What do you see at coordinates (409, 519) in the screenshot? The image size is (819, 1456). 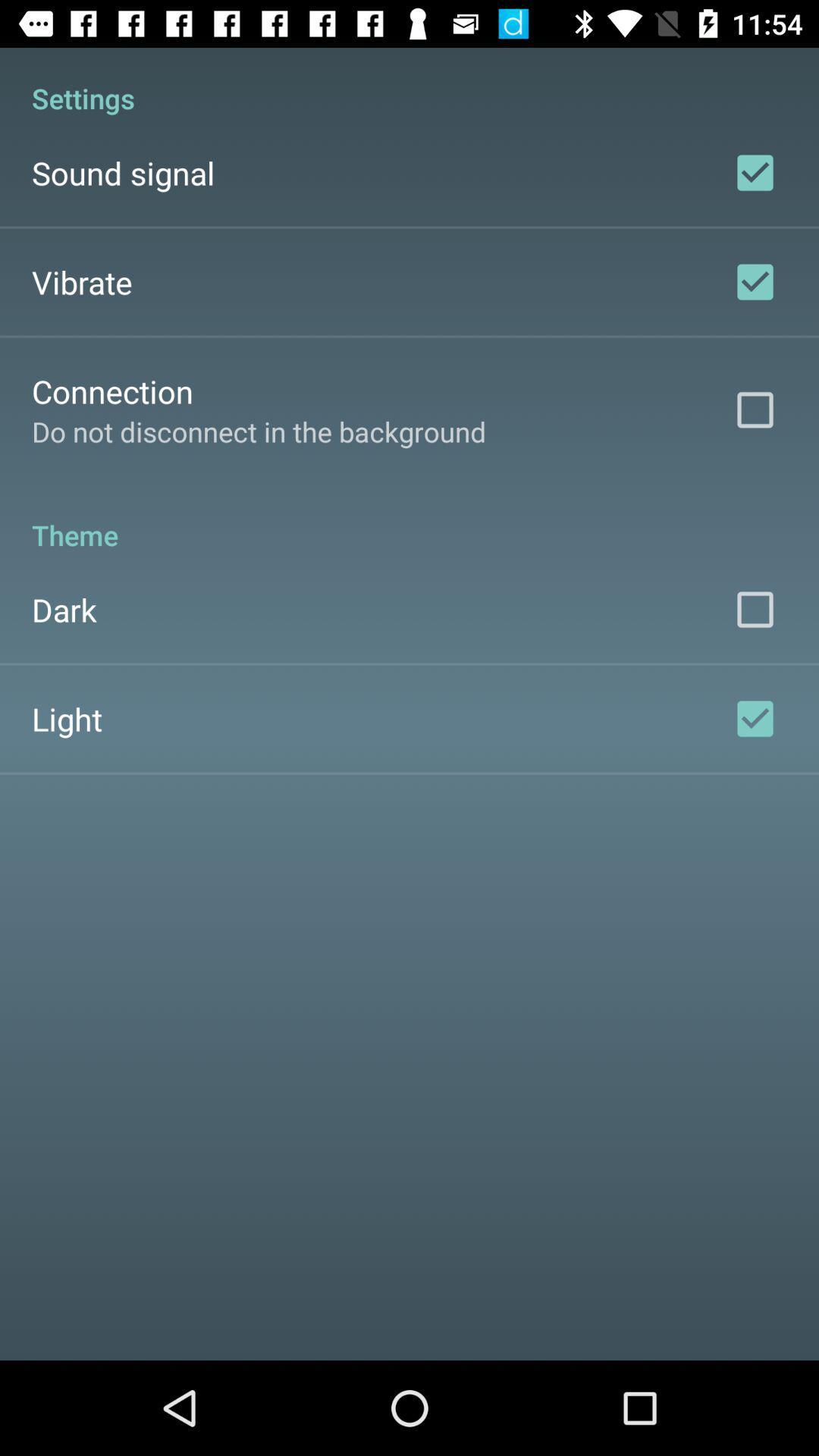 I see `item below do not disconnect` at bounding box center [409, 519].